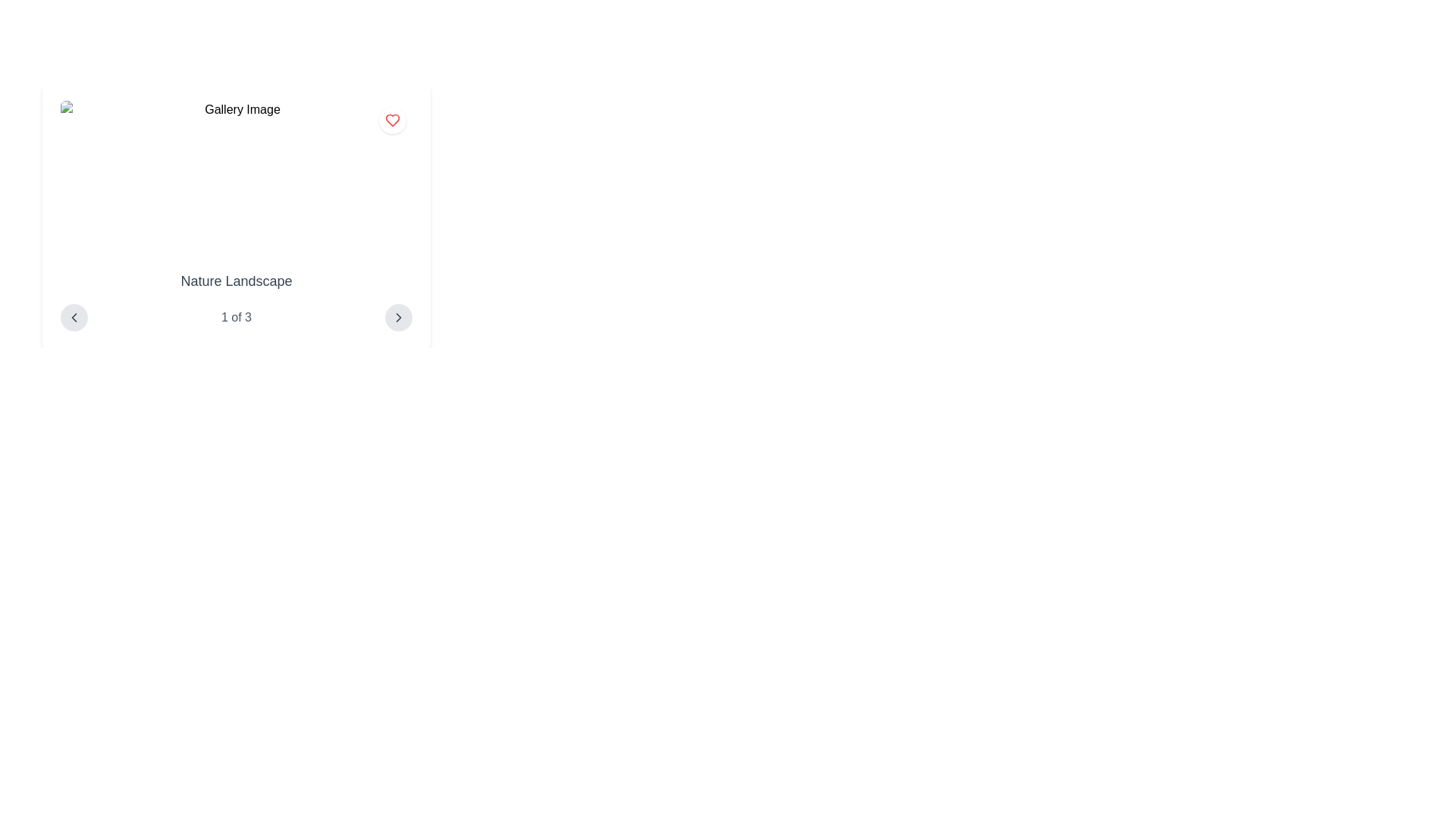 Image resolution: width=1456 pixels, height=819 pixels. I want to click on the text label displaying '1 of 3' in a small gray font, located between two navigation icons in the gallery interface, so click(236, 317).